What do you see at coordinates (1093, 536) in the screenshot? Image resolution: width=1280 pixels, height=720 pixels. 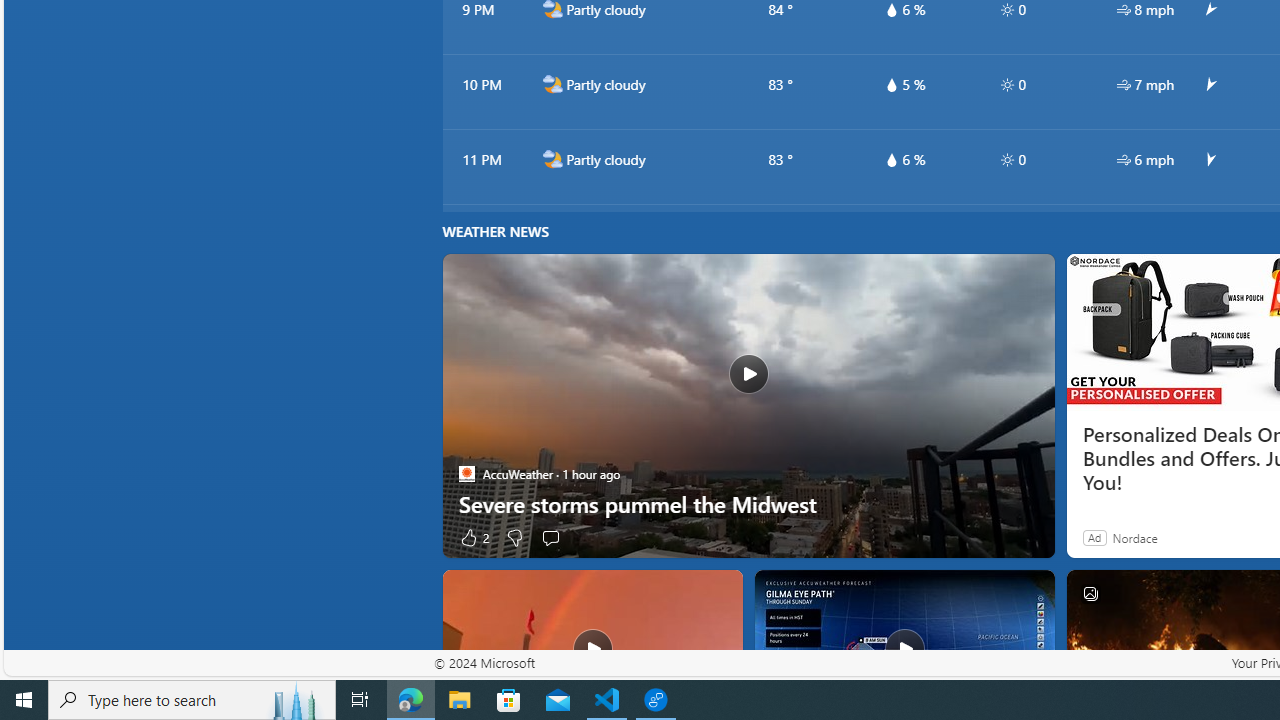 I see `'Ad'` at bounding box center [1093, 536].